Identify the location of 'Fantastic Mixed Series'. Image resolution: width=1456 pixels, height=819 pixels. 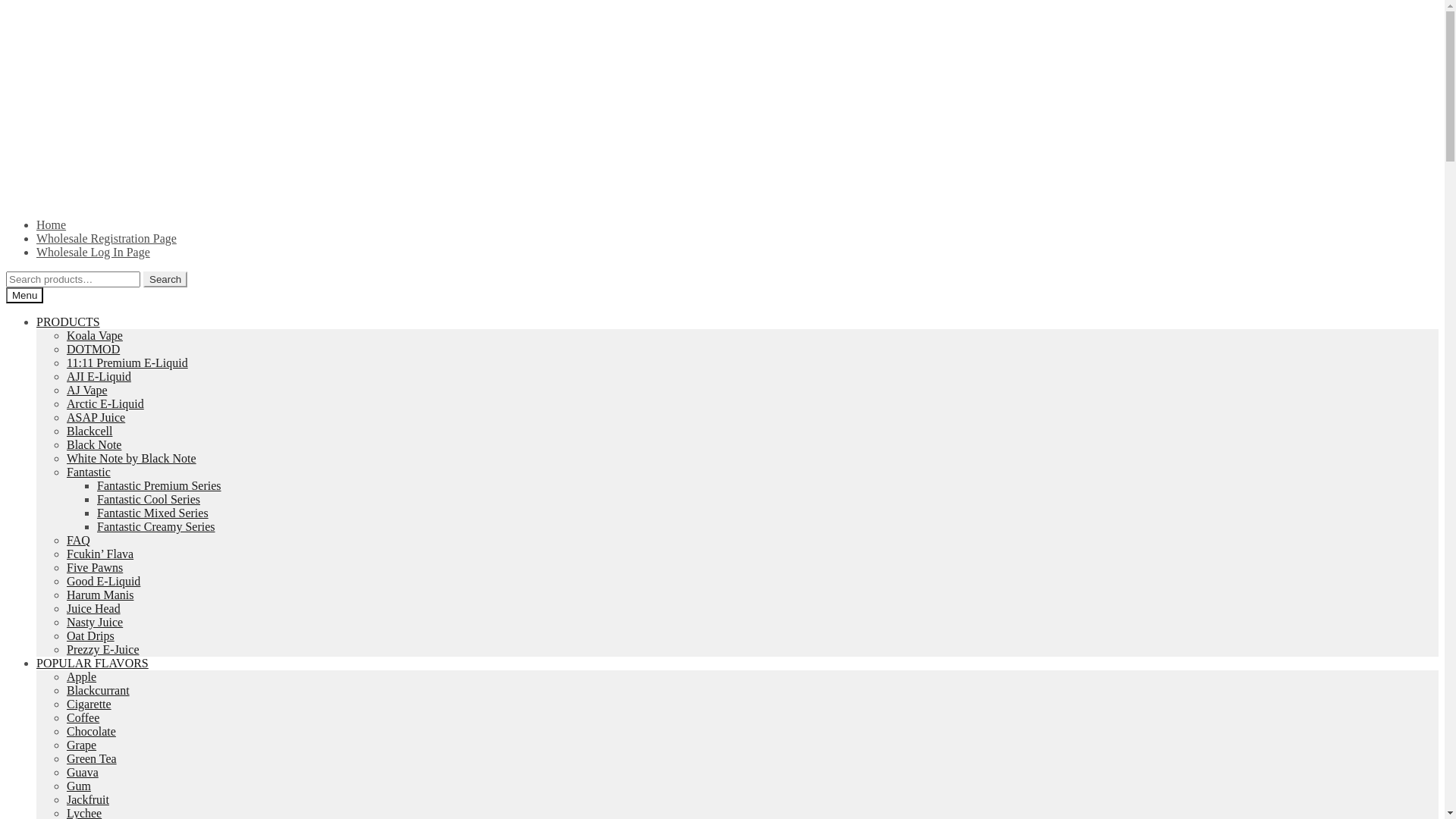
(152, 512).